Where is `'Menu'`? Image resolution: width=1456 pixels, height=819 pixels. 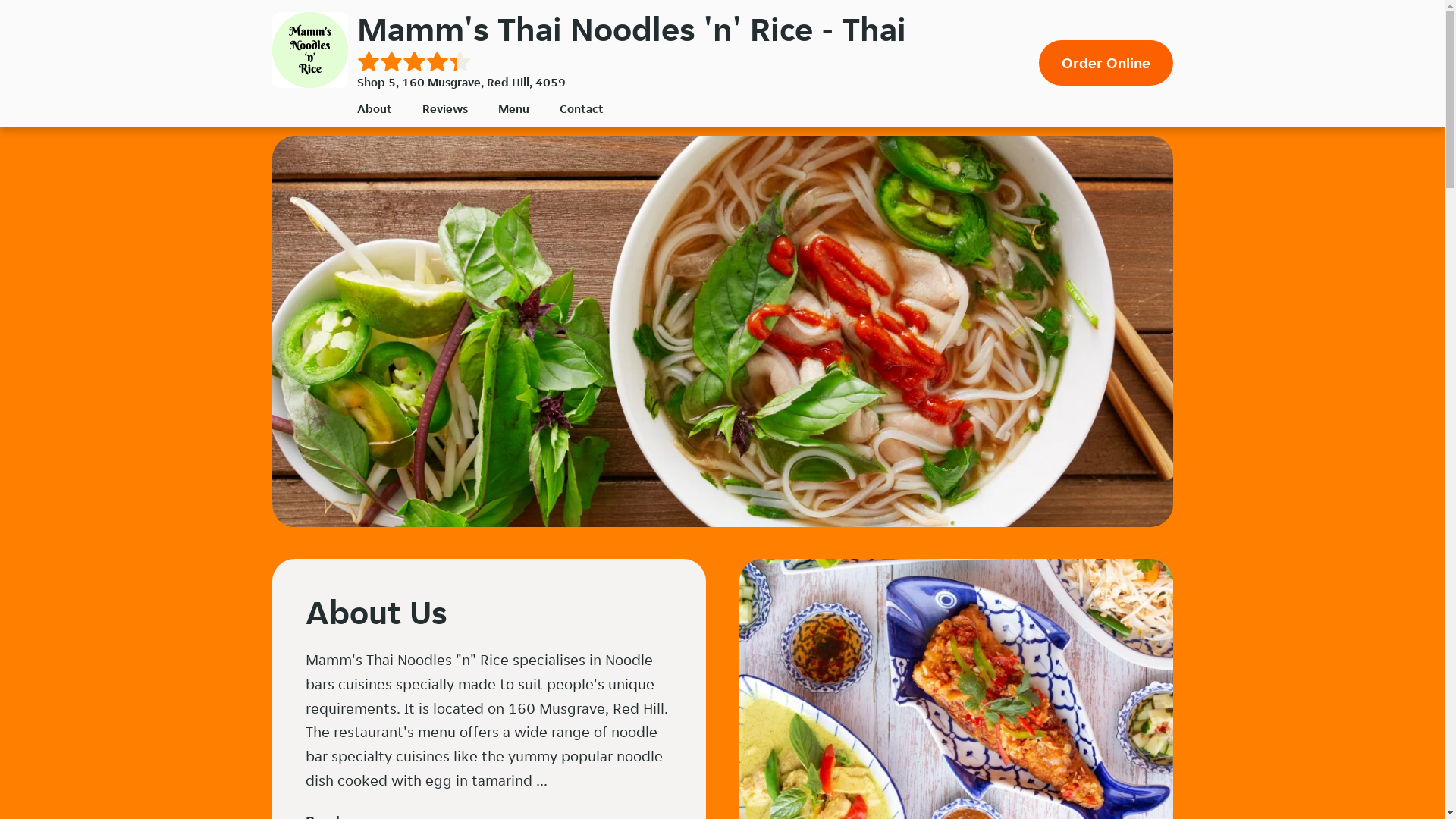
'Menu' is located at coordinates (513, 108).